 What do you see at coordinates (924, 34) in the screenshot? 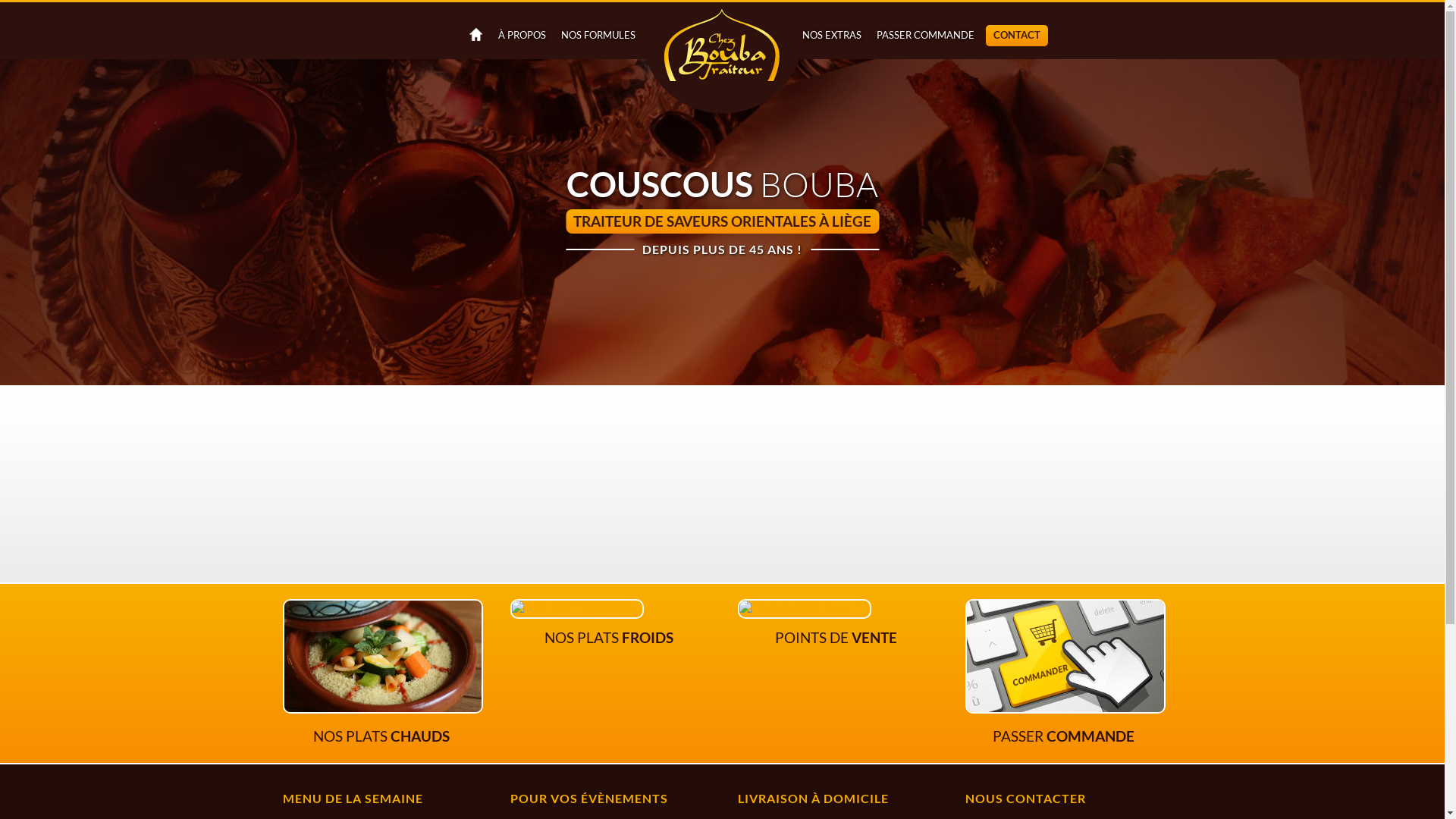
I see `'PASSER COMMANDE'` at bounding box center [924, 34].